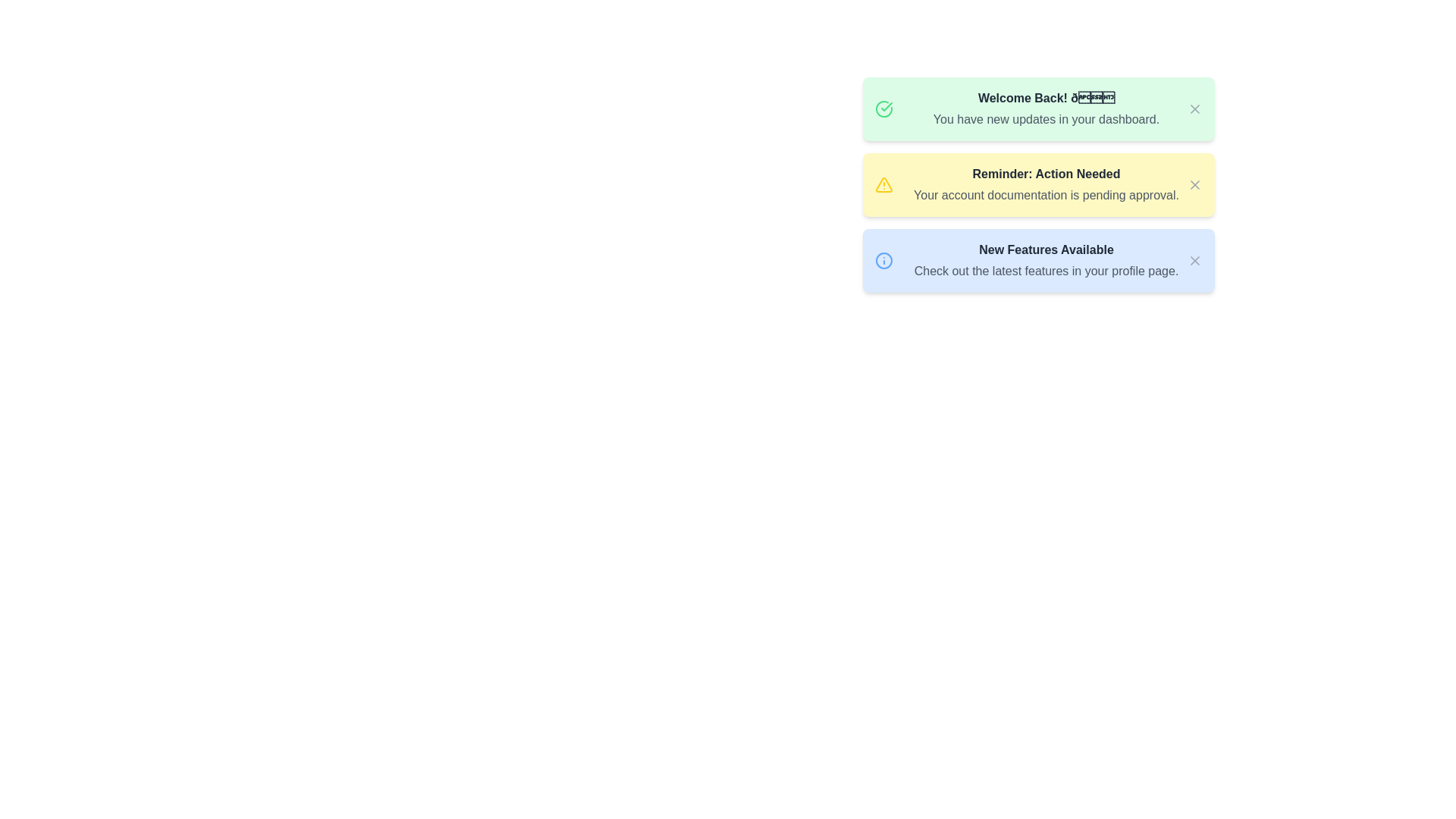 This screenshot has width=1456, height=819. Describe the element at coordinates (1046, 174) in the screenshot. I see `the text block displaying 'Reminder: Action Needed' in bold styling with a dark gray font on a light yellow background, which is located centrally in the notification layout` at that location.